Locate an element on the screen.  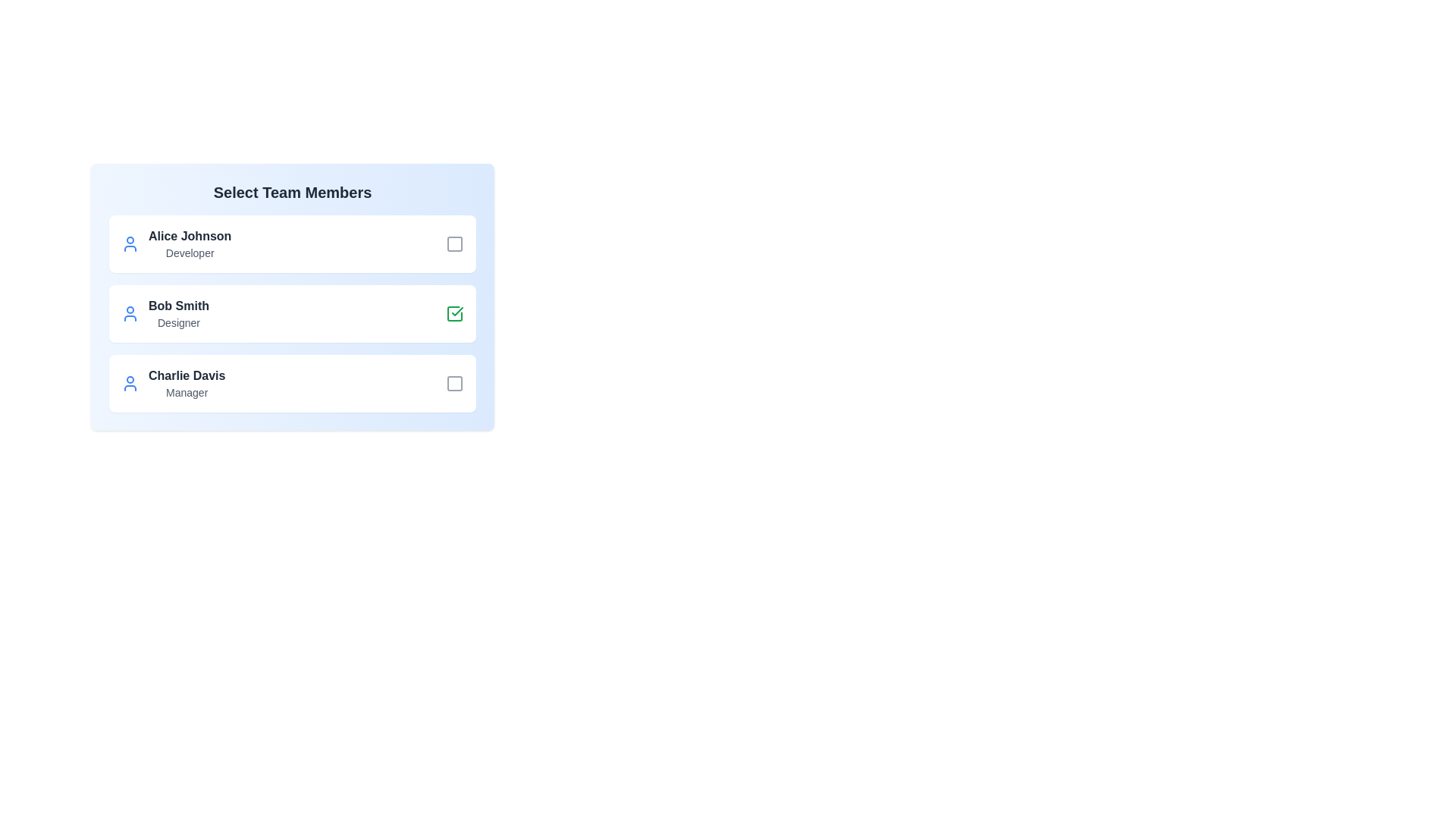
the card of team member Alice Johnson is located at coordinates (292, 243).